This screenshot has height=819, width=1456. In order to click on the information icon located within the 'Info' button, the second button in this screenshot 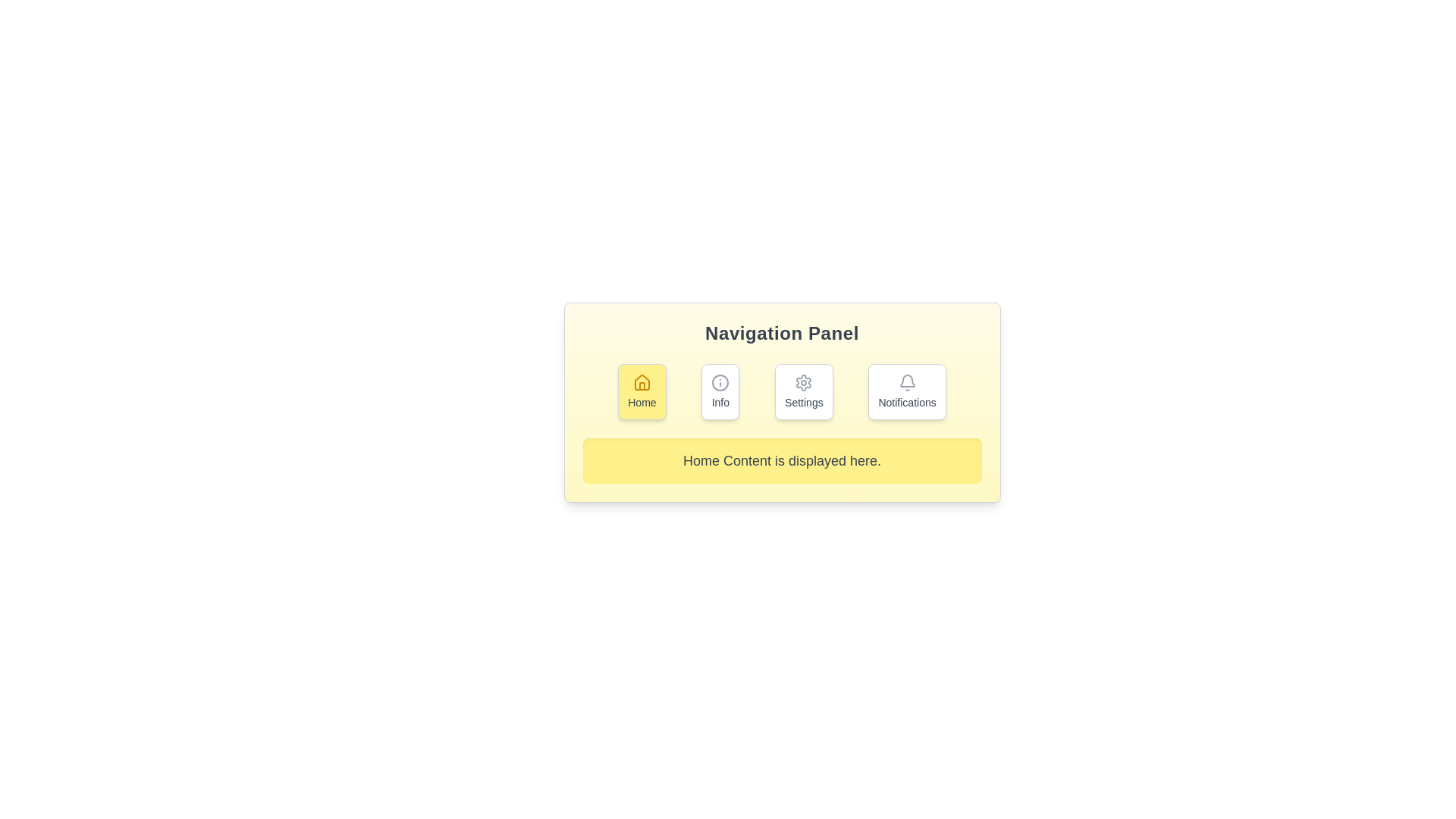, I will do `click(720, 382)`.